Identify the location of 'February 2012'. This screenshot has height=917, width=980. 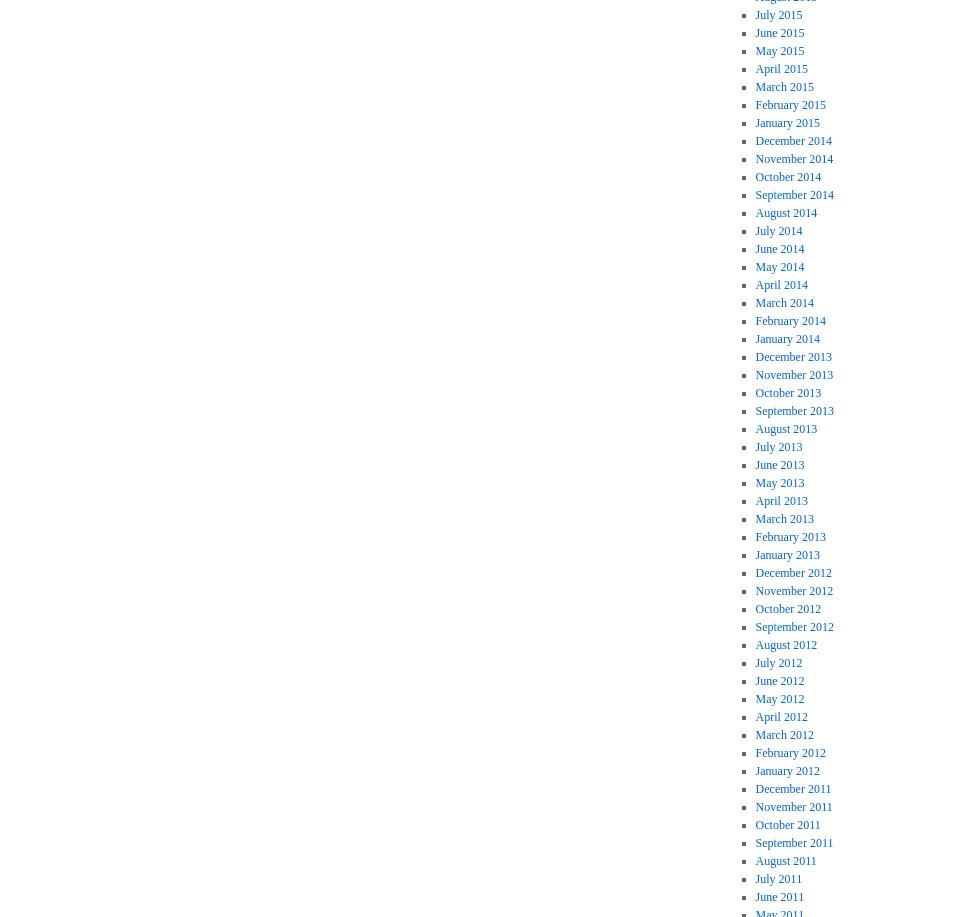
(754, 752).